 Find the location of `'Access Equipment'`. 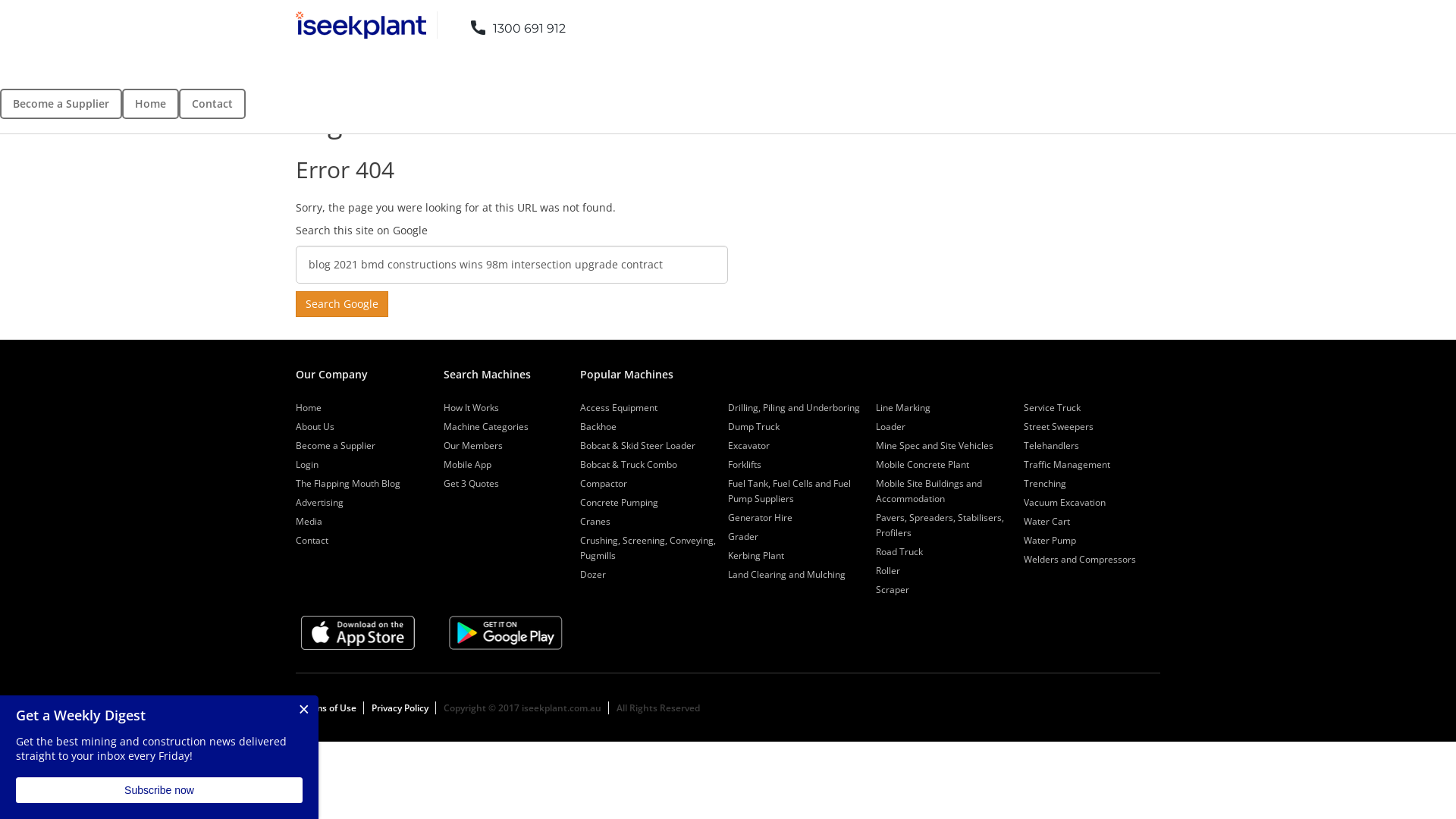

'Access Equipment' is located at coordinates (579, 406).